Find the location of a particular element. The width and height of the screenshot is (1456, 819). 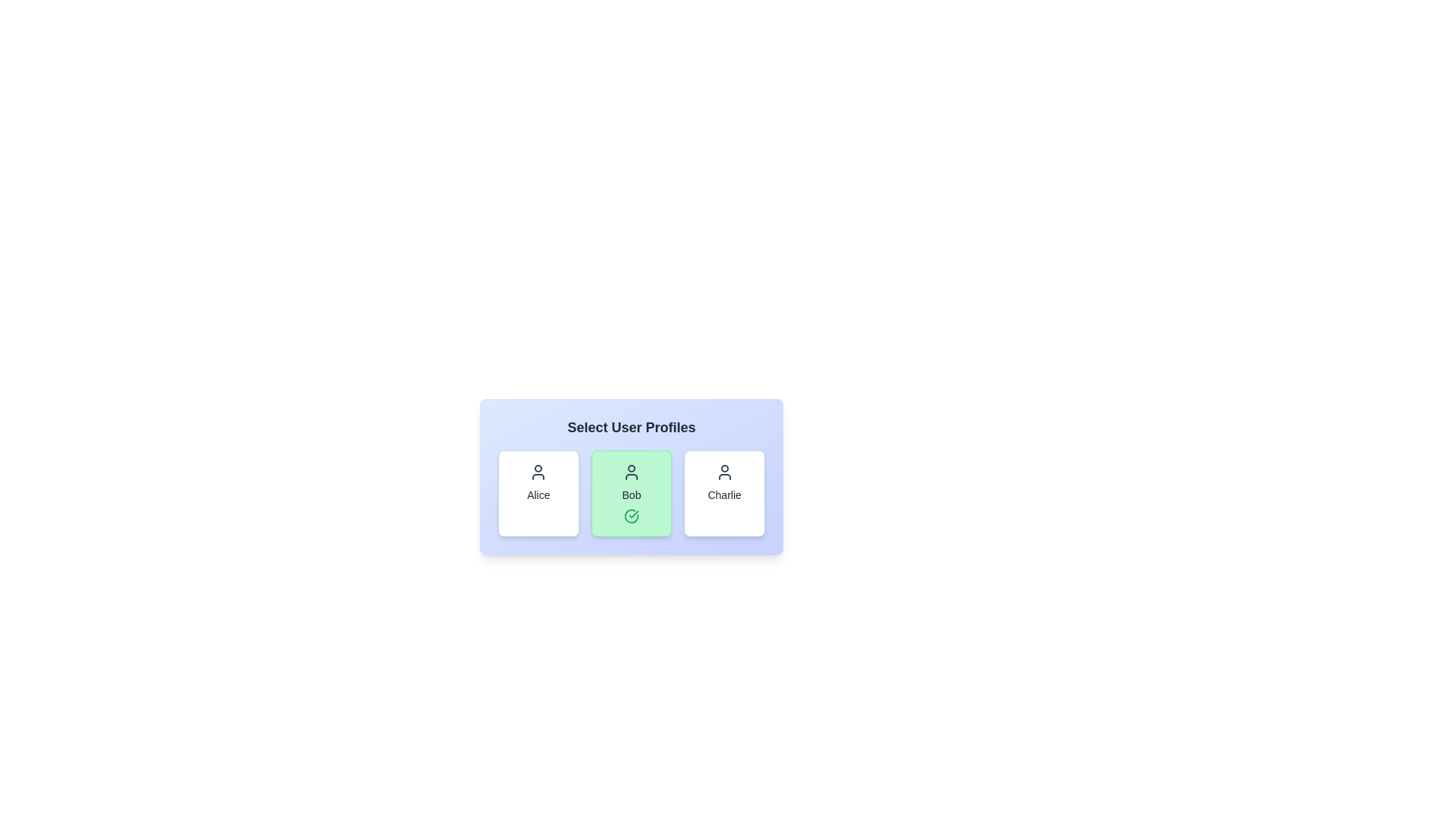

the user profile card for Charlie is located at coordinates (723, 494).